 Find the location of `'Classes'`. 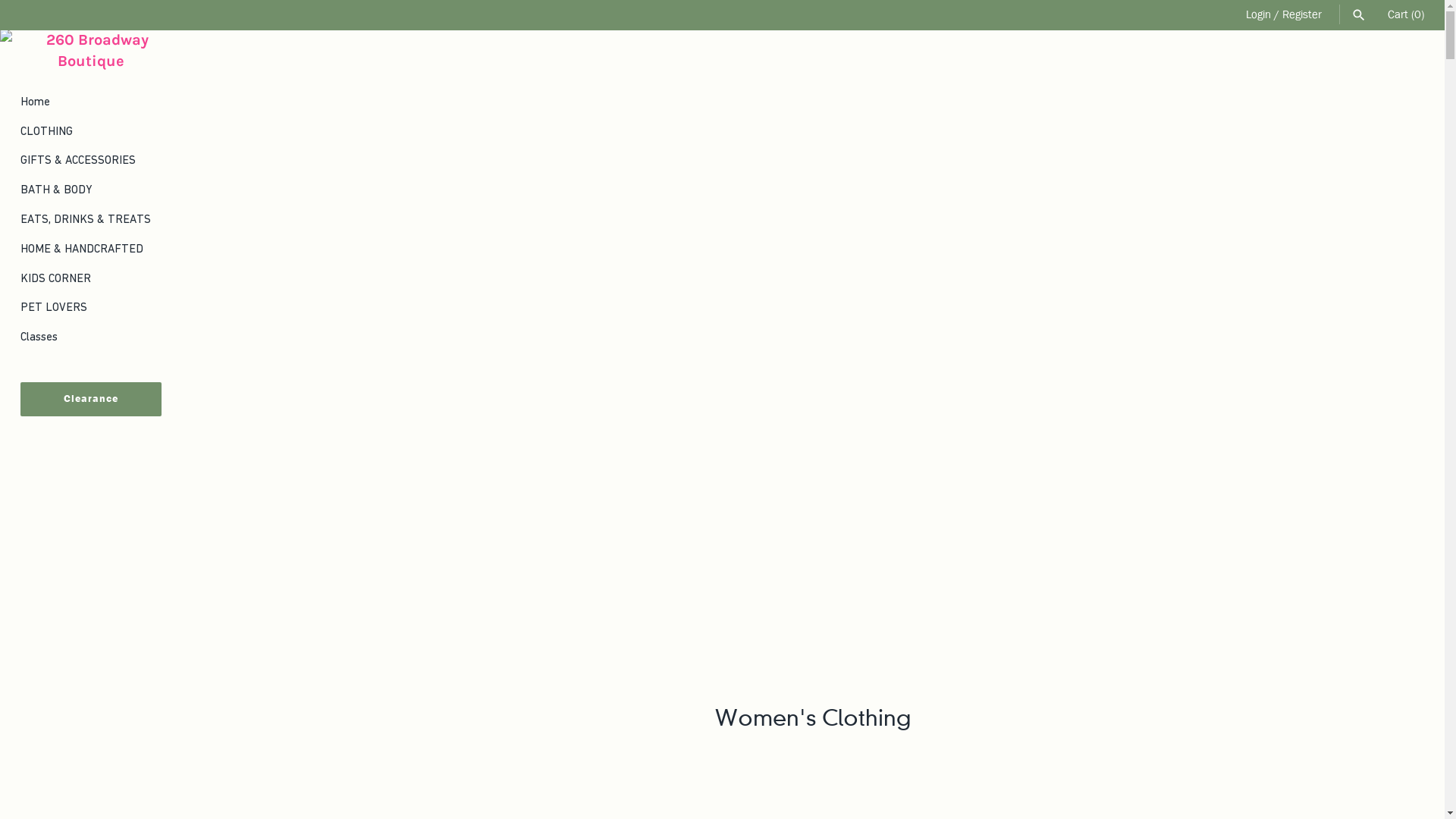

'Classes' is located at coordinates (90, 336).